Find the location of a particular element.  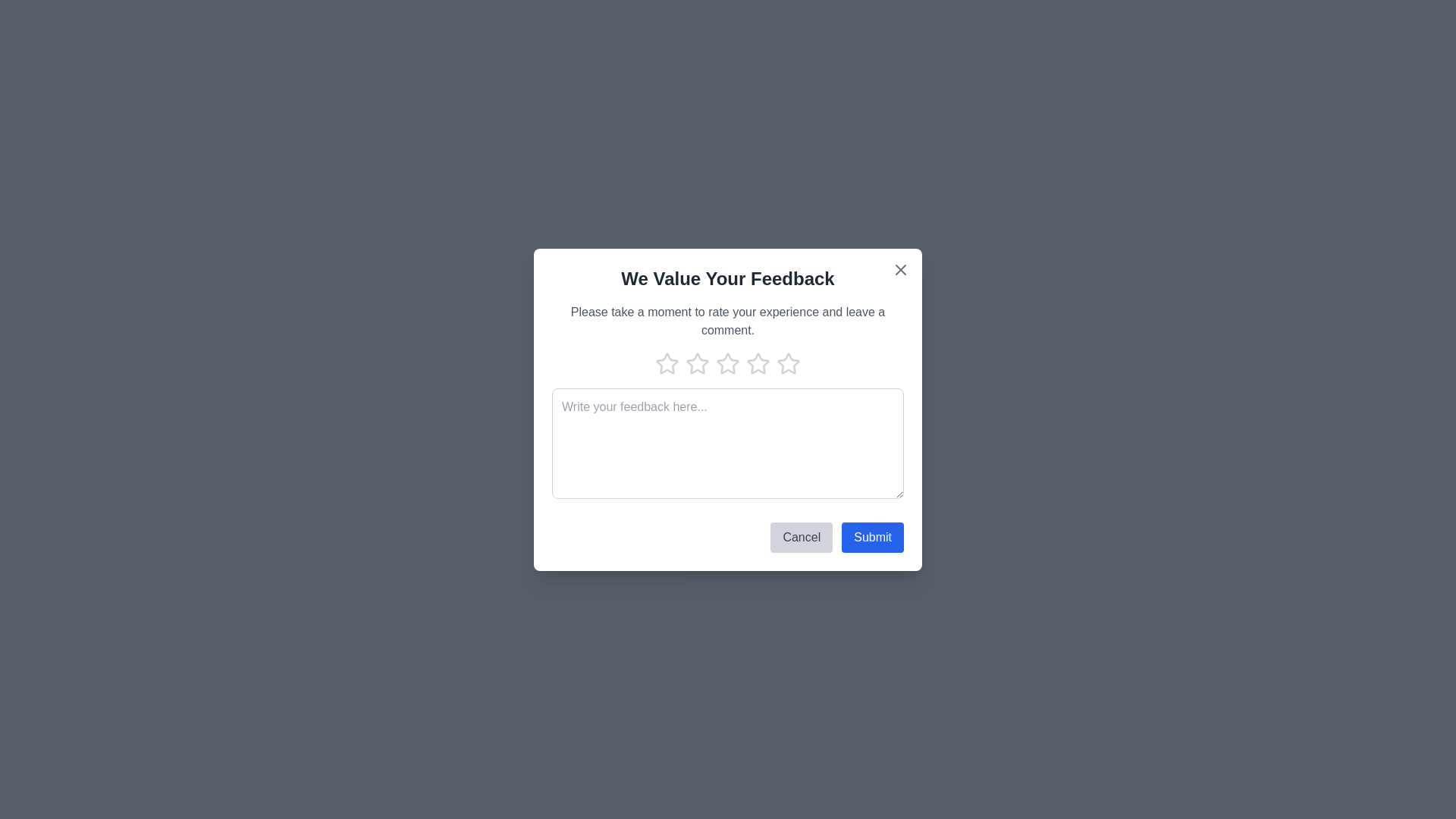

the 'Submit' button, which is a rectangular button with a blue background and white text, located at the bottom-right corner of the modal dialog box is located at coordinates (873, 536).